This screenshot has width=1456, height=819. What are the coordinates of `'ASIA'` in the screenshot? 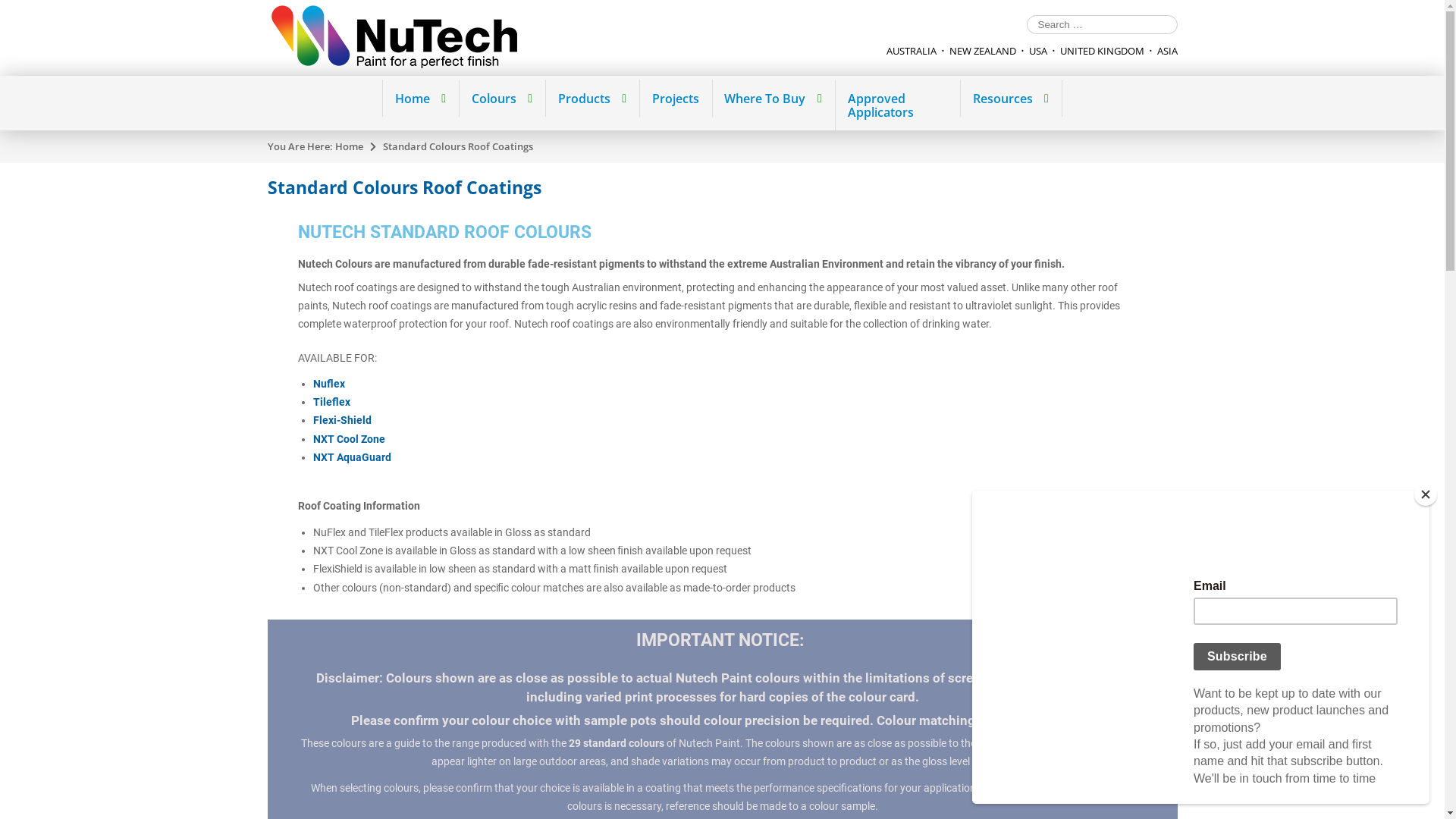 It's located at (1156, 49).